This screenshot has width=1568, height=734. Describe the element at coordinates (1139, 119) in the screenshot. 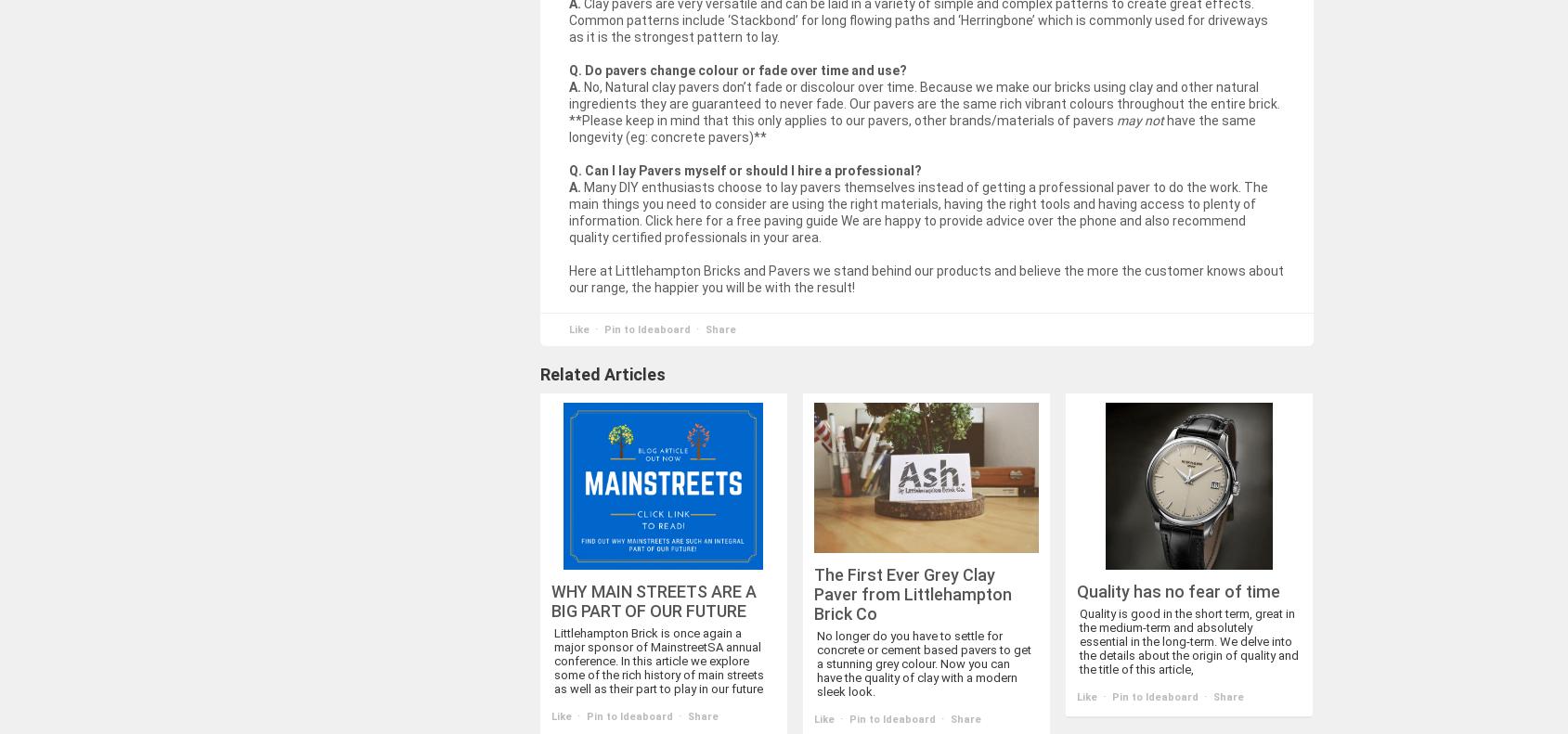

I see `'may not'` at that location.